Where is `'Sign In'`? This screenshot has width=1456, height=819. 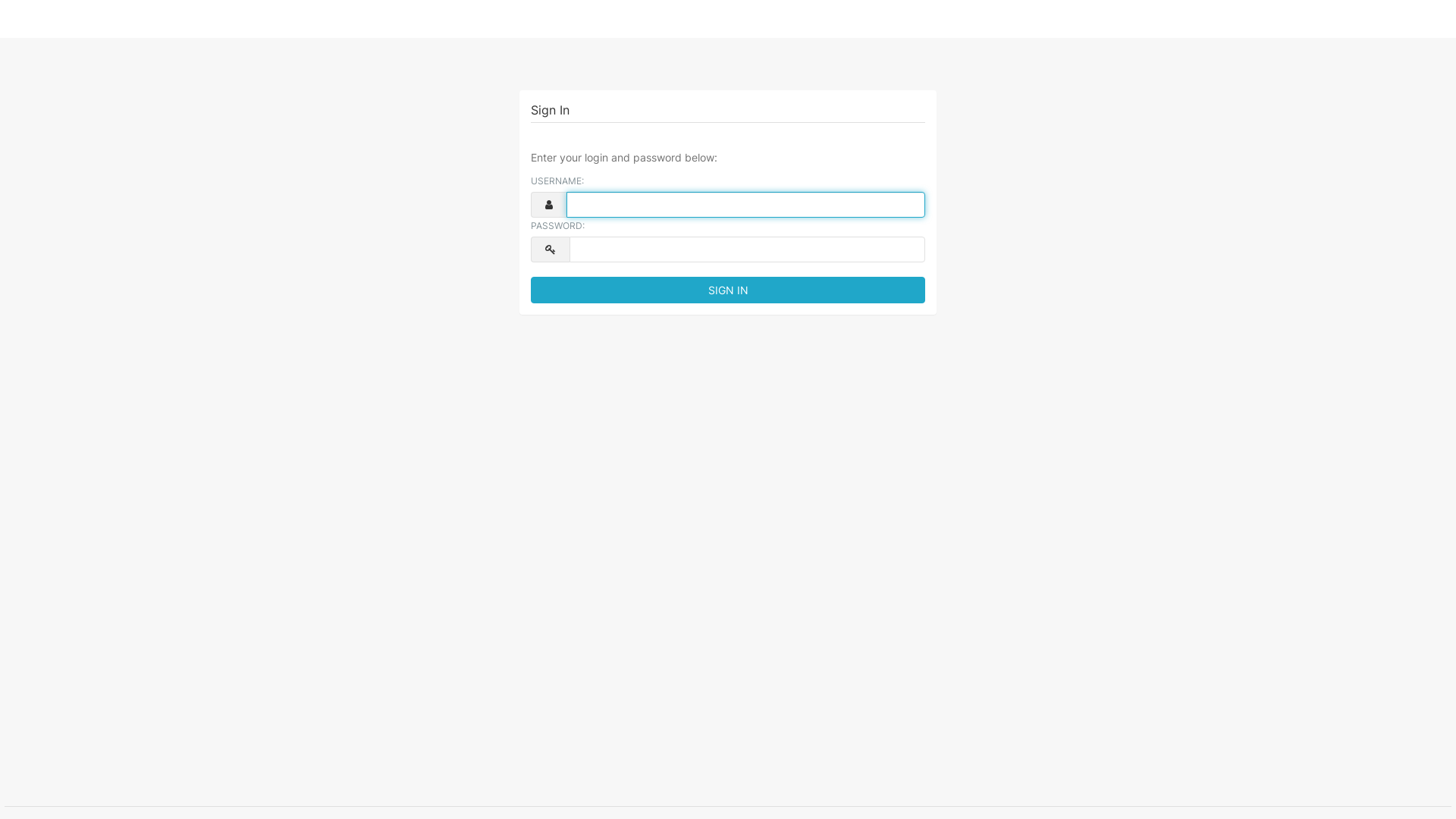 'Sign In' is located at coordinates (728, 290).